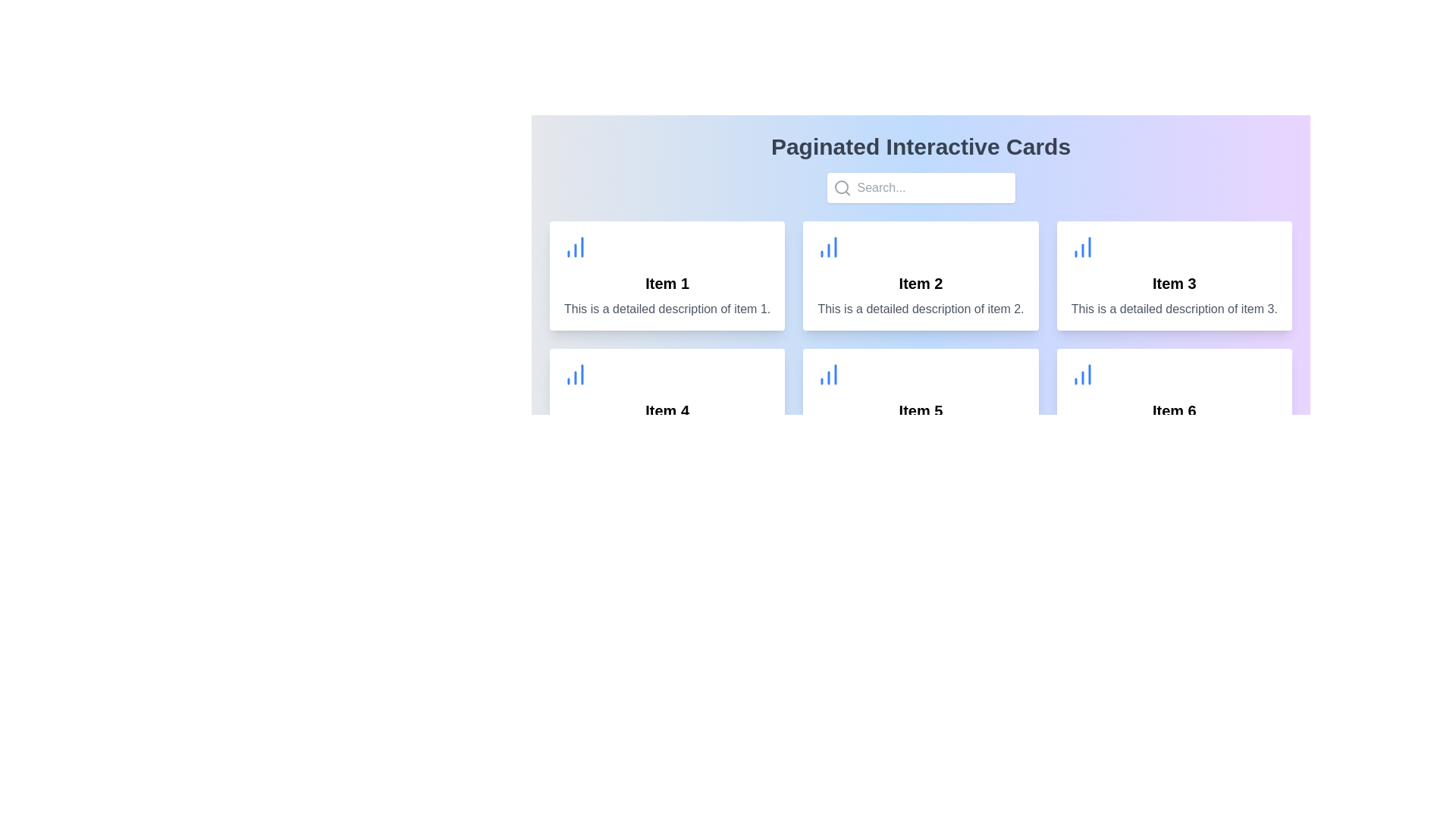  What do you see at coordinates (920, 411) in the screenshot?
I see `the 'Item 5' text label, which is prominently styled and positioned above a smaller descriptive text, for repositioning` at bounding box center [920, 411].